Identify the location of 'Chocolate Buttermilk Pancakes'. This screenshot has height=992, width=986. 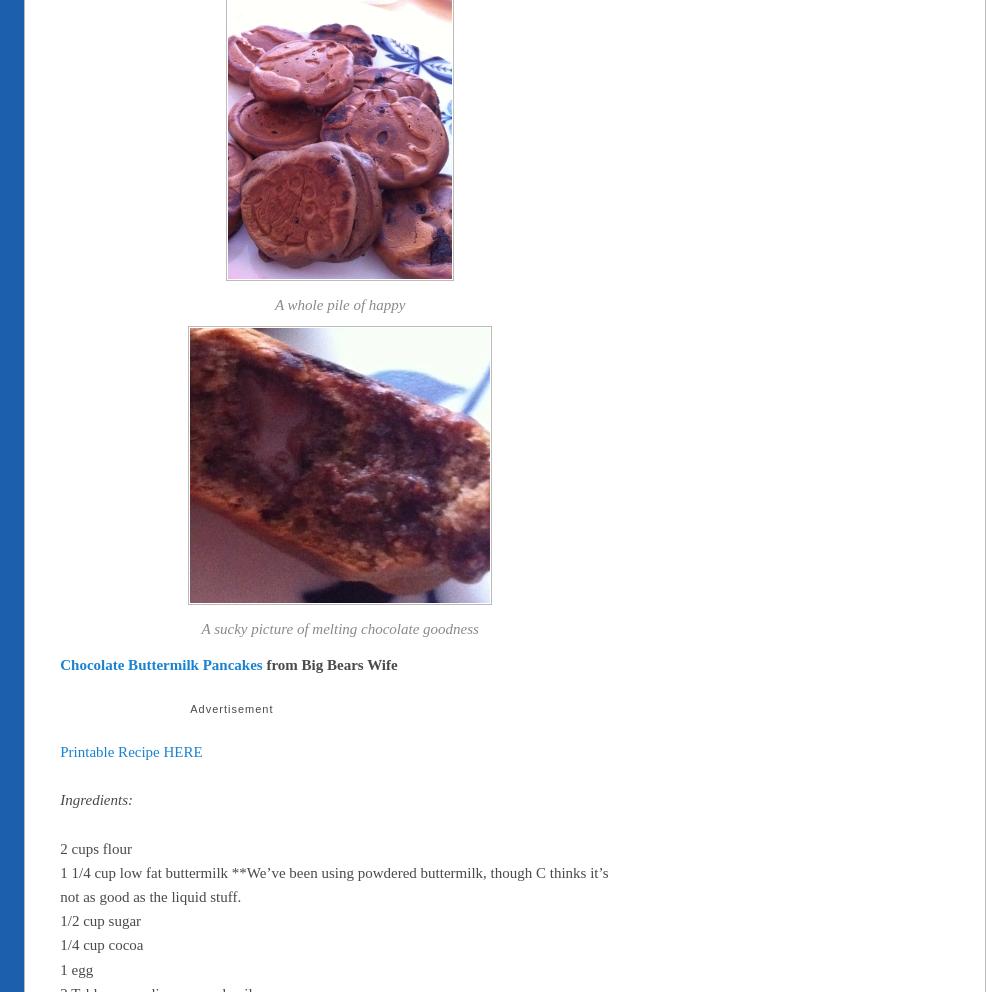
(161, 664).